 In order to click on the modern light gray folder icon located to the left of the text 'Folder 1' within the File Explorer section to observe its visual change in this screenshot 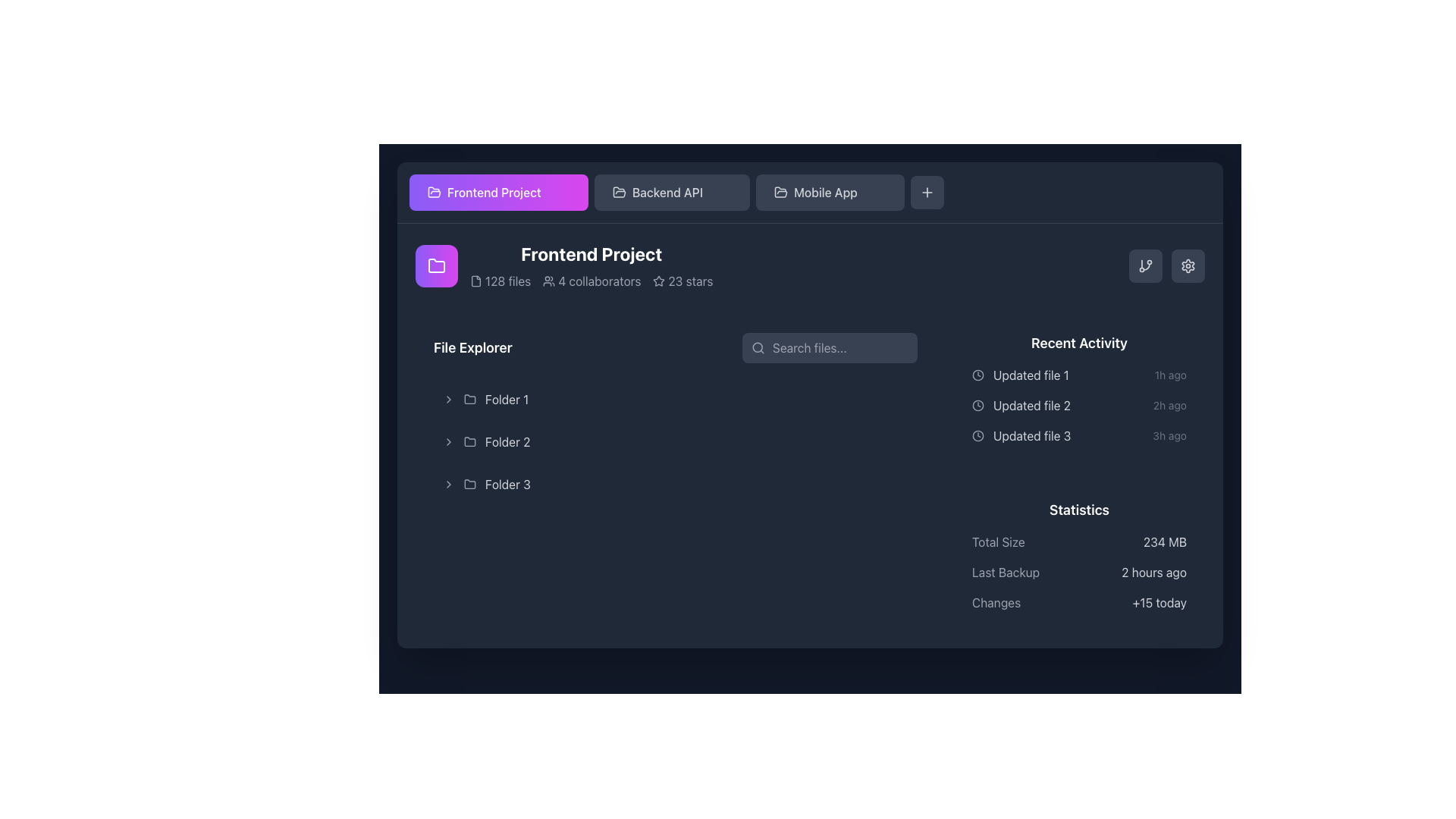, I will do `click(469, 399)`.